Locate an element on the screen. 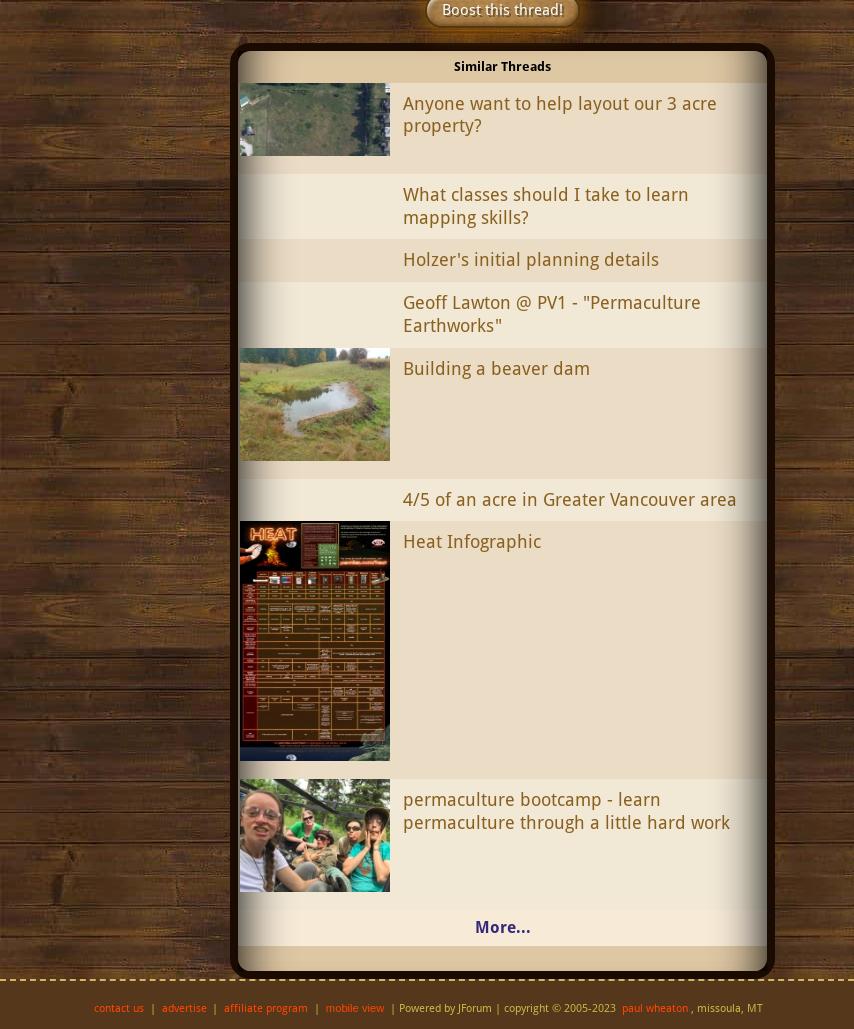 The image size is (854, 1029). 'contact us' is located at coordinates (118, 1007).